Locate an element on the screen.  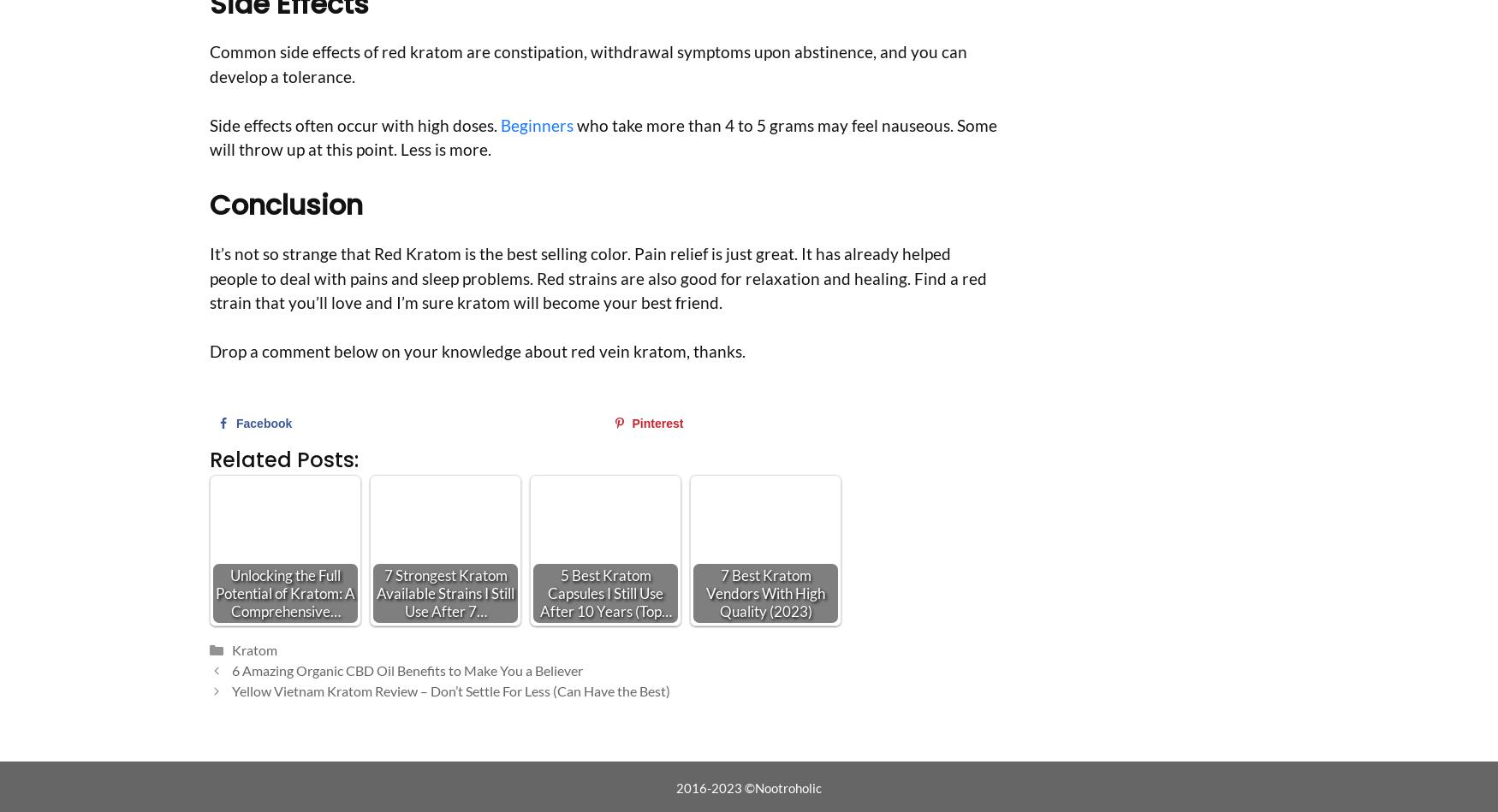
'who take more than 4 to 5 grams may feel nauseous. Some will throw up at this point. Less is more.' is located at coordinates (210, 136).